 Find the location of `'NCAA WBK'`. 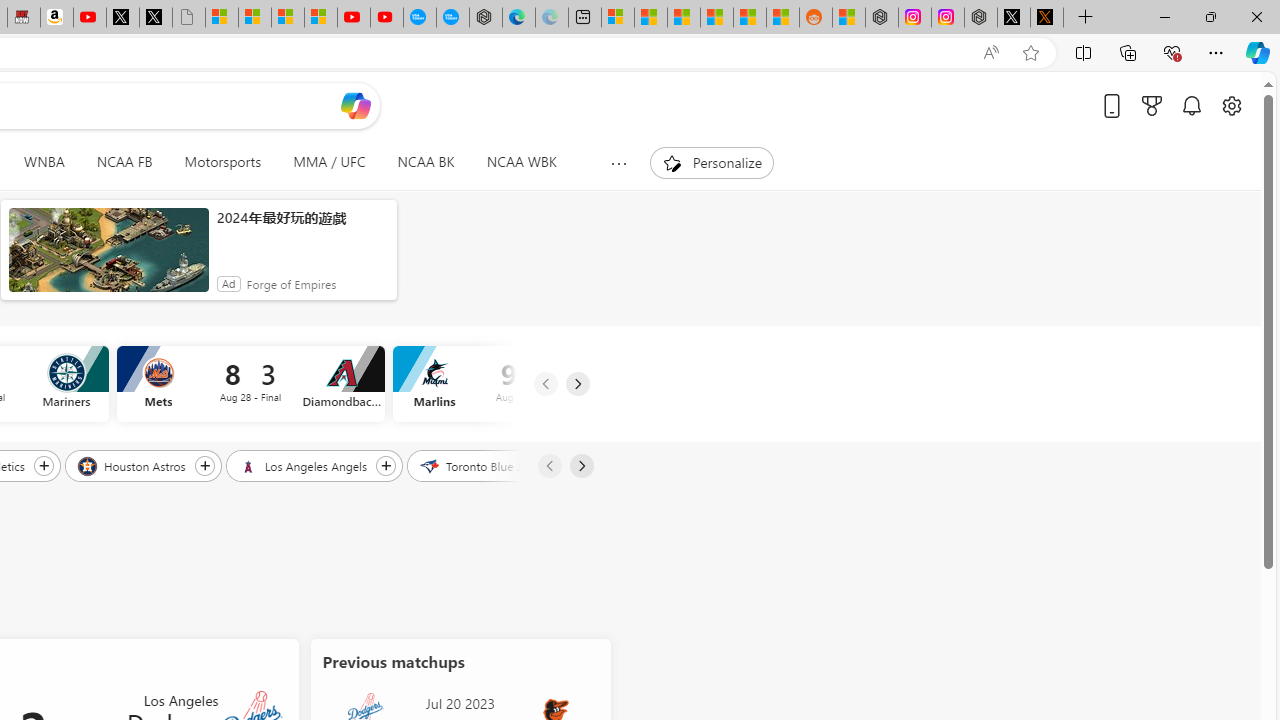

'NCAA WBK' is located at coordinates (521, 162).